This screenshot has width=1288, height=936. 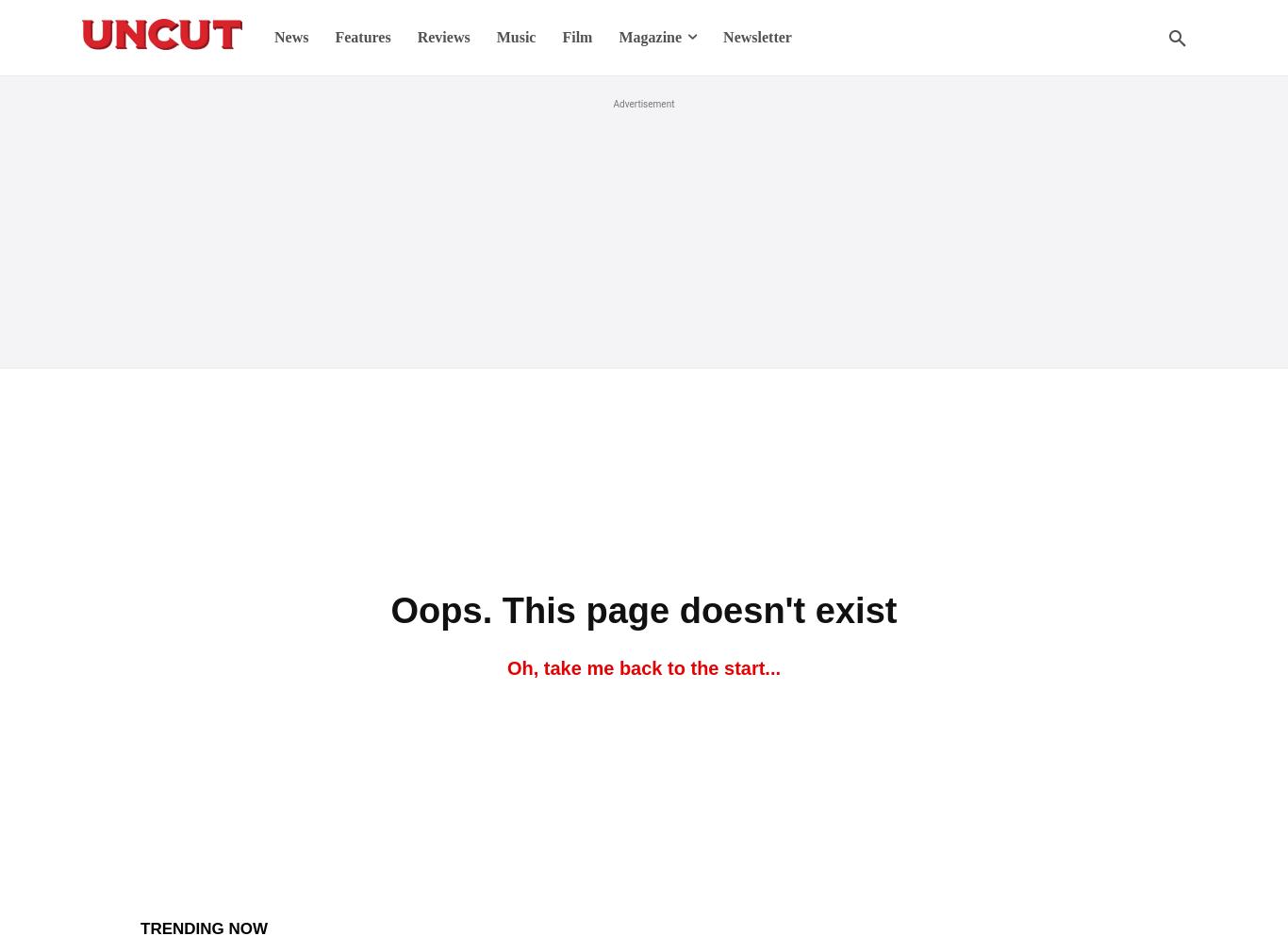 What do you see at coordinates (290, 37) in the screenshot?
I see `'News'` at bounding box center [290, 37].